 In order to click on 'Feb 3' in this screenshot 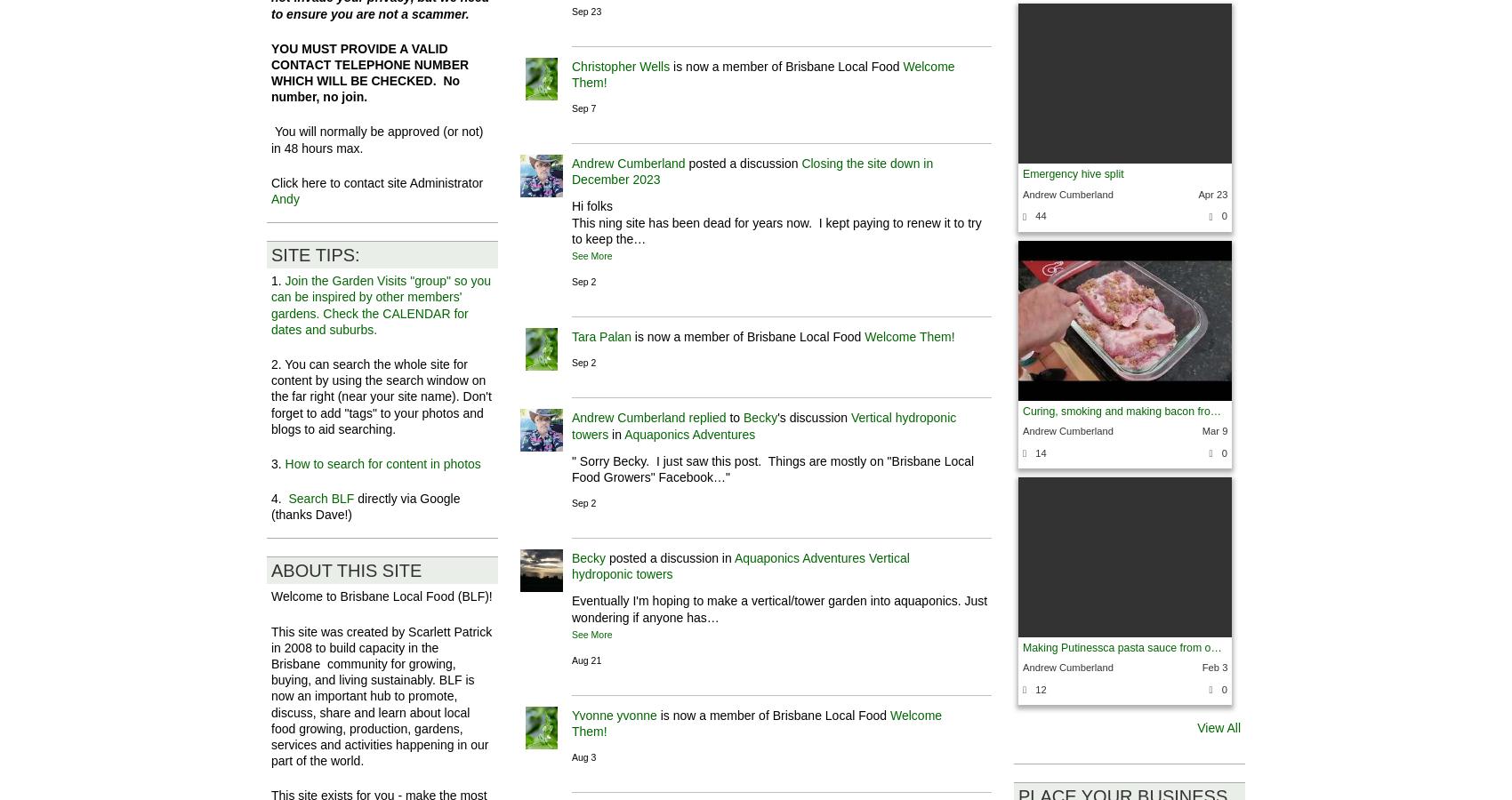, I will do `click(1214, 666)`.